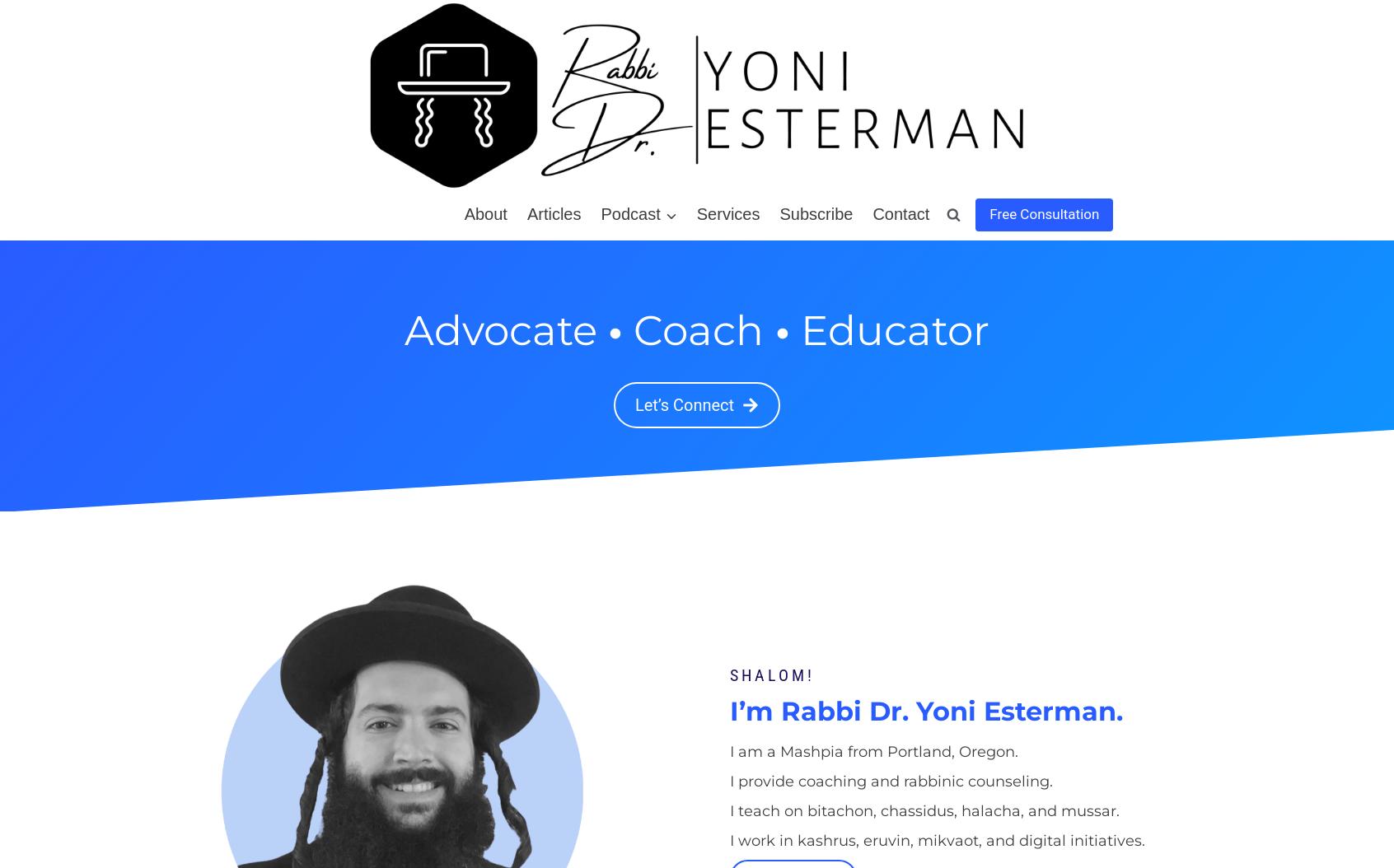  I want to click on 'Podcast', so click(629, 214).